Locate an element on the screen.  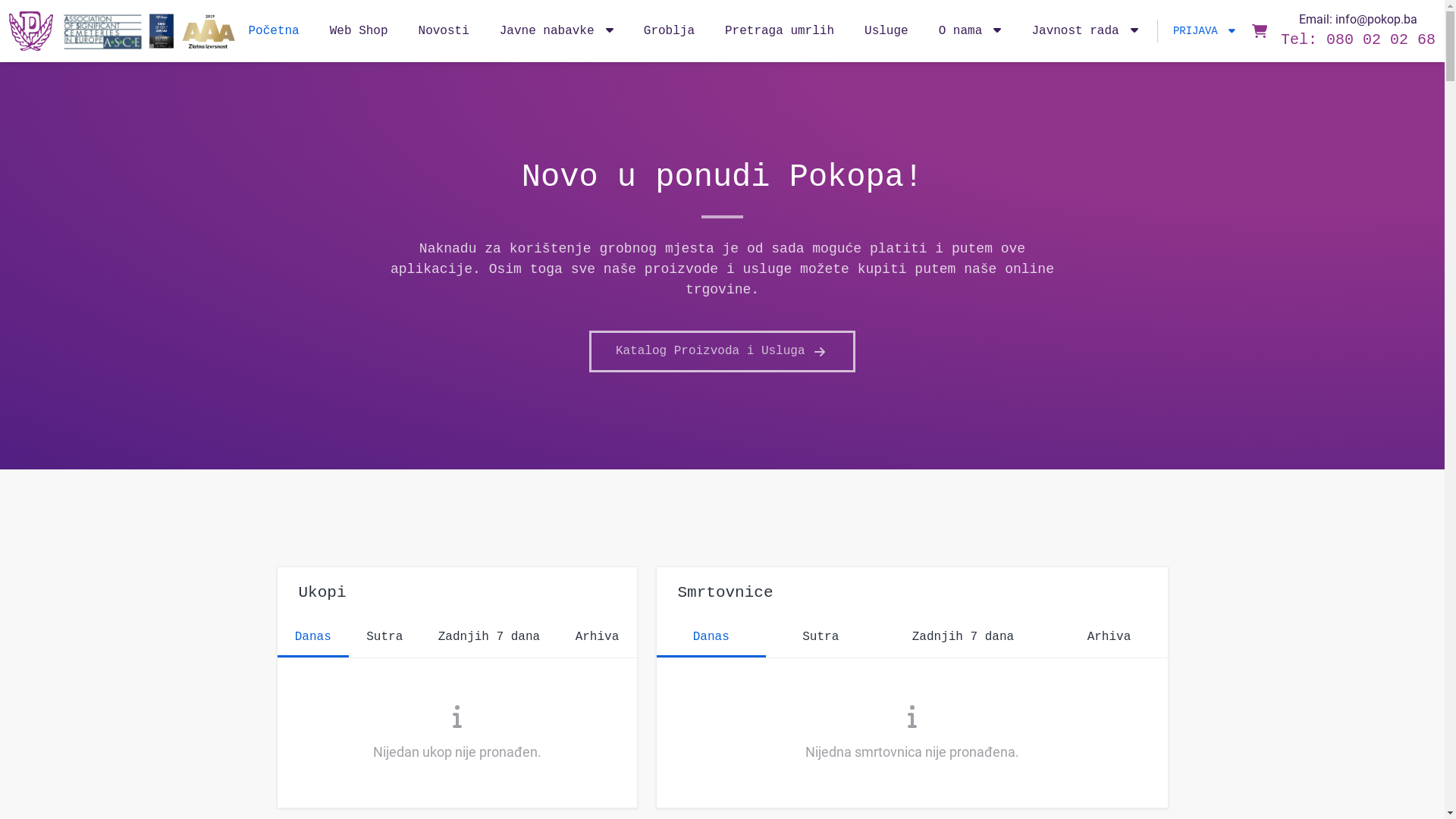
'Usluge' is located at coordinates (886, 31).